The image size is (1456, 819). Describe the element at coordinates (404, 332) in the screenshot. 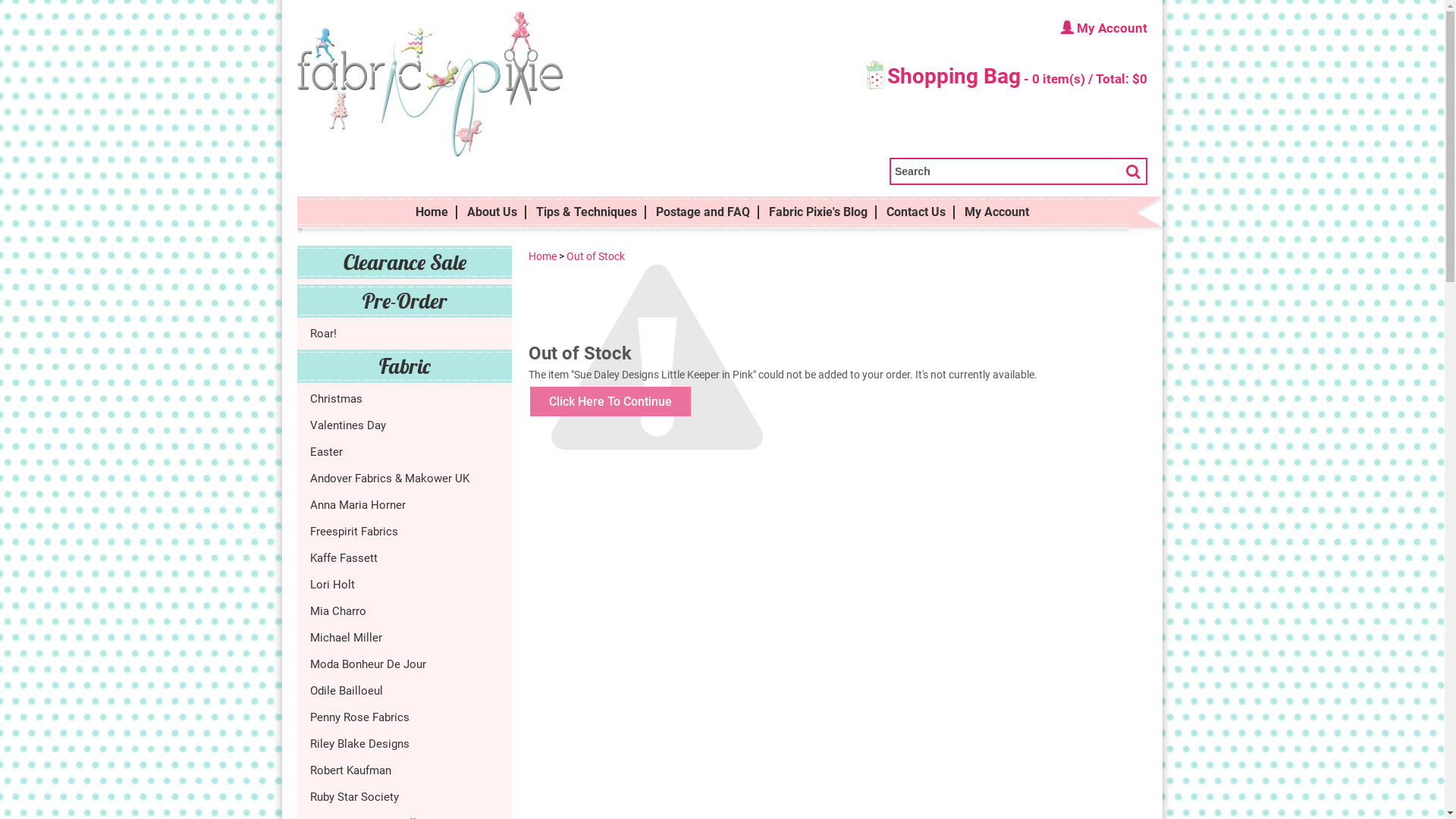

I see `'Roar!'` at that location.